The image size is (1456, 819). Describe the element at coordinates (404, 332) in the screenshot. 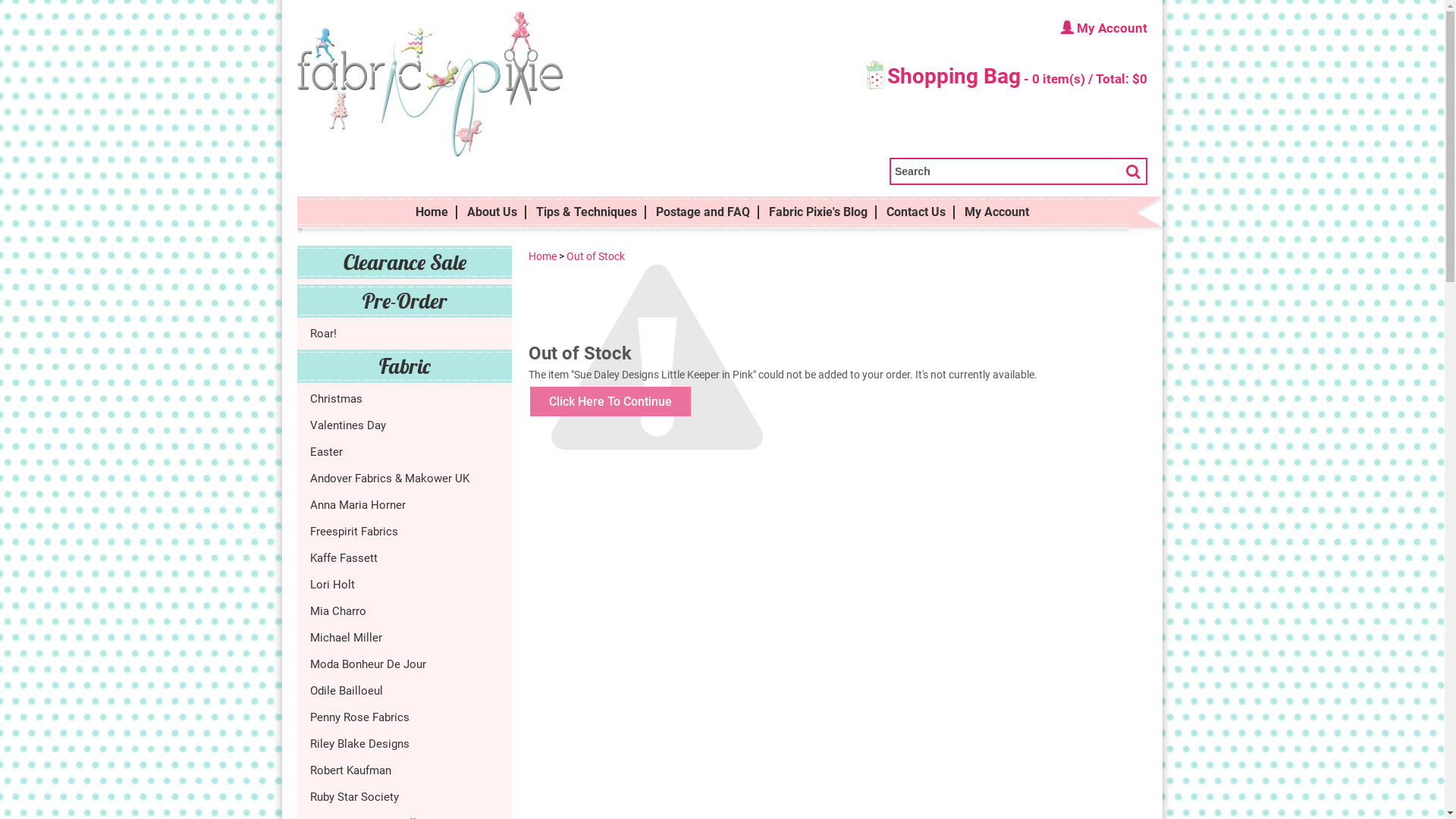

I see `'Roar!'` at that location.